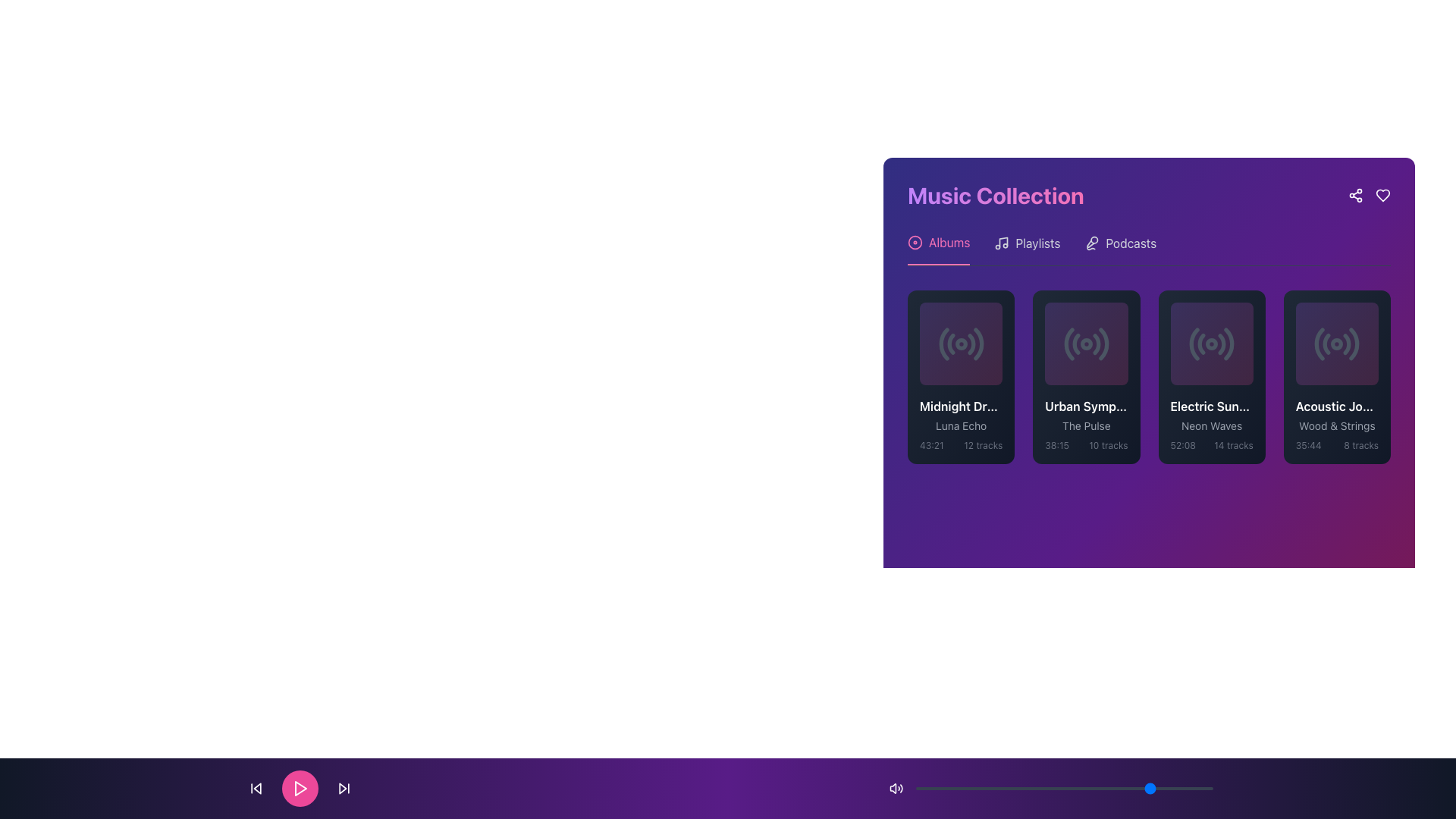 Image resolution: width=1456 pixels, height=819 pixels. What do you see at coordinates (1211, 344) in the screenshot?
I see `the circular radio wave icon with a dot in the center, located in the 'Electric Sunset' card within the 'Albums' section of the 'Music Collection' interface` at bounding box center [1211, 344].